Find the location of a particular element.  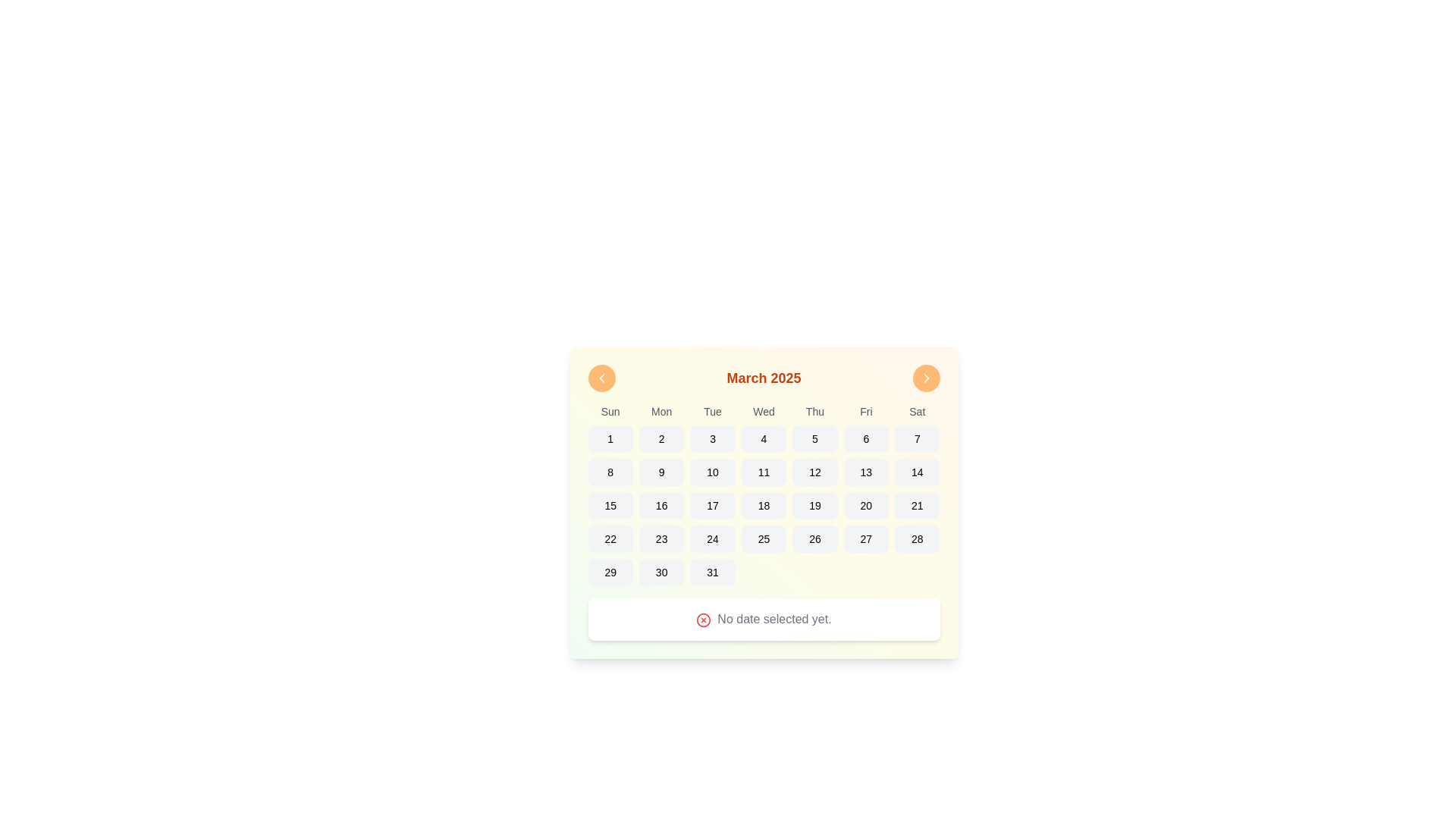

the button representing March 25th in the calendar grid layout is located at coordinates (764, 538).